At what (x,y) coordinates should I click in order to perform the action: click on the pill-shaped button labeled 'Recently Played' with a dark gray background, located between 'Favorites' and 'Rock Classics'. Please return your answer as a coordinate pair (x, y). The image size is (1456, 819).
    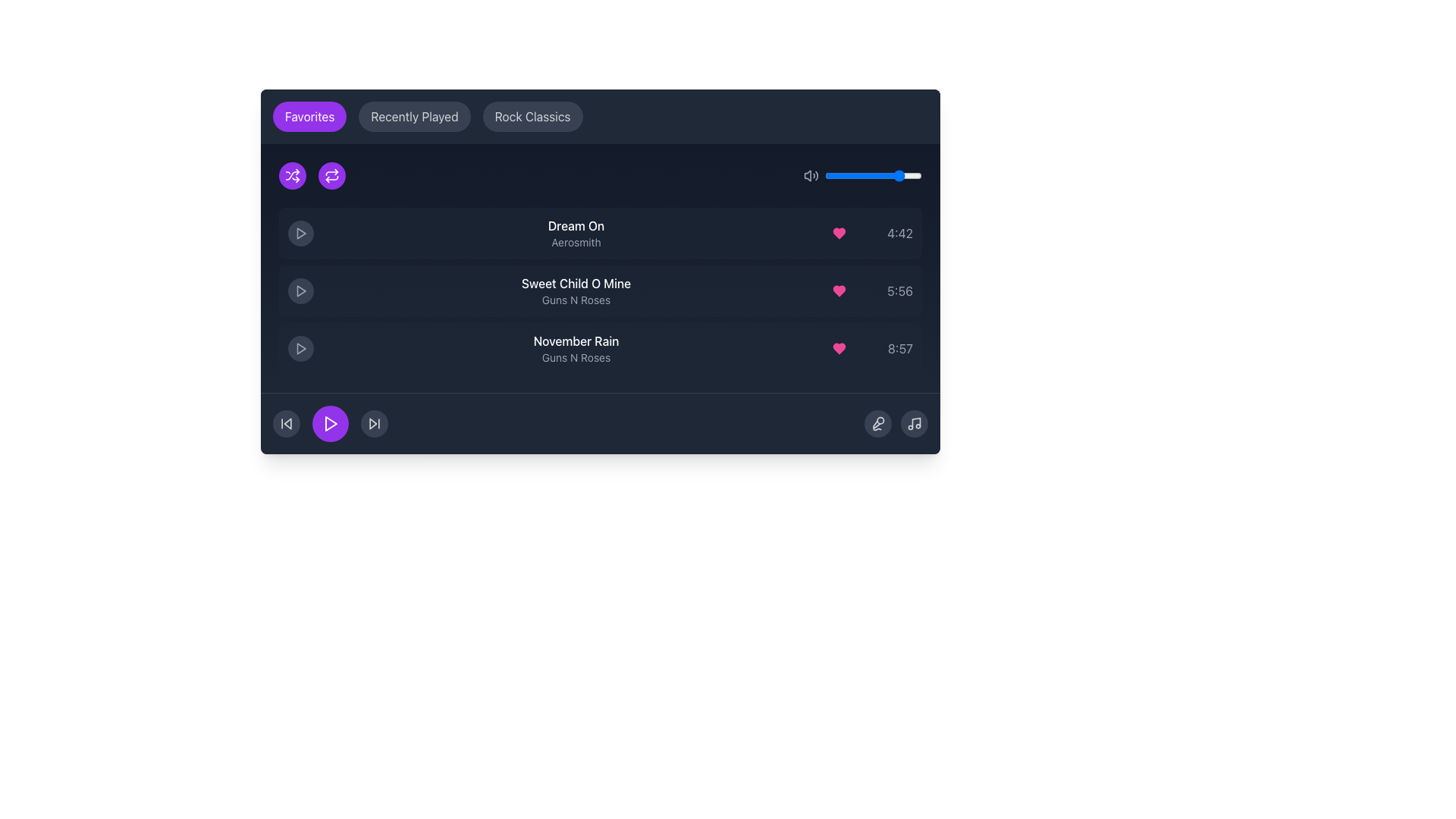
    Looking at the image, I should click on (415, 116).